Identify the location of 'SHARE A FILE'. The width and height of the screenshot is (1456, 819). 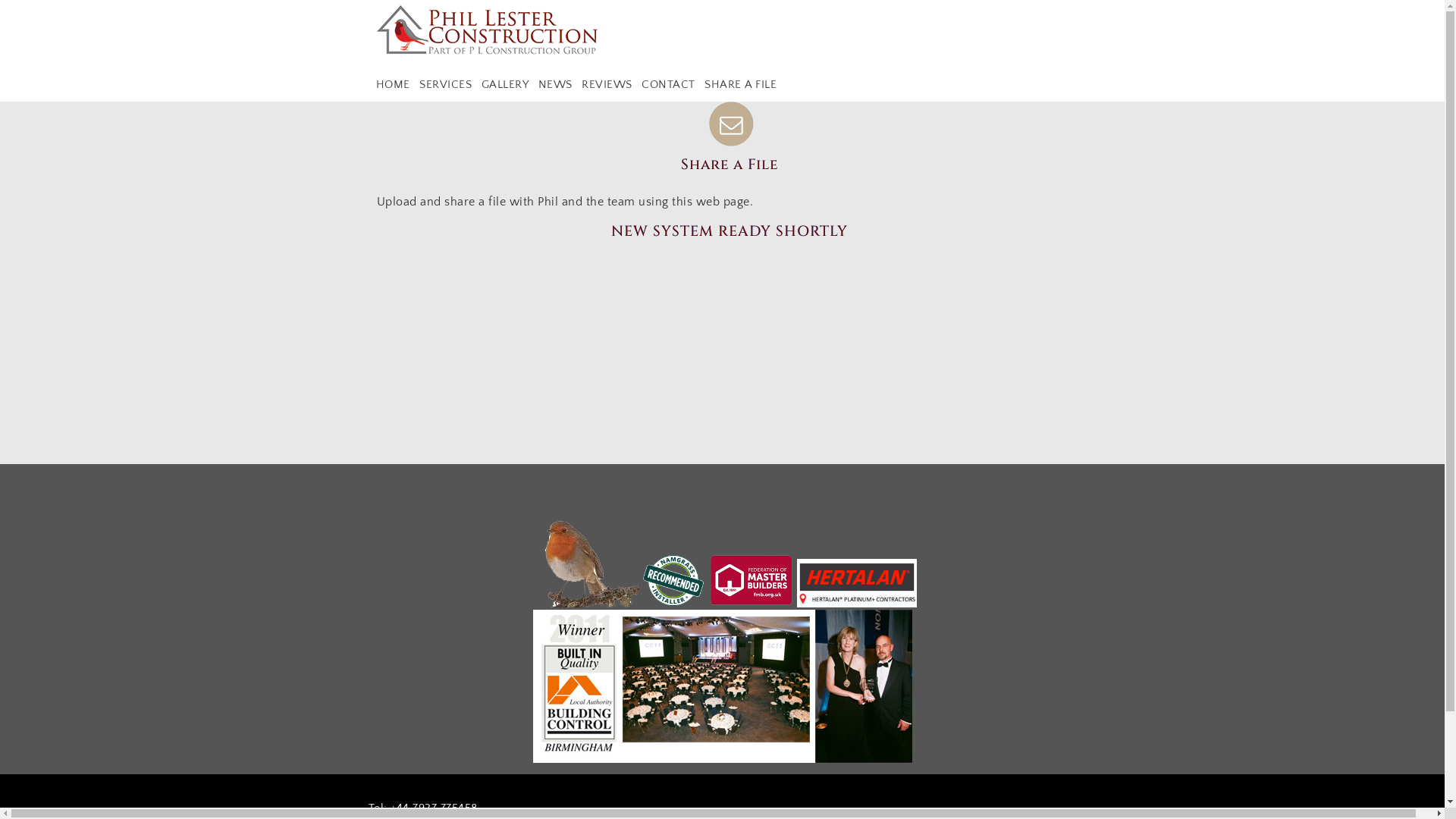
(701, 84).